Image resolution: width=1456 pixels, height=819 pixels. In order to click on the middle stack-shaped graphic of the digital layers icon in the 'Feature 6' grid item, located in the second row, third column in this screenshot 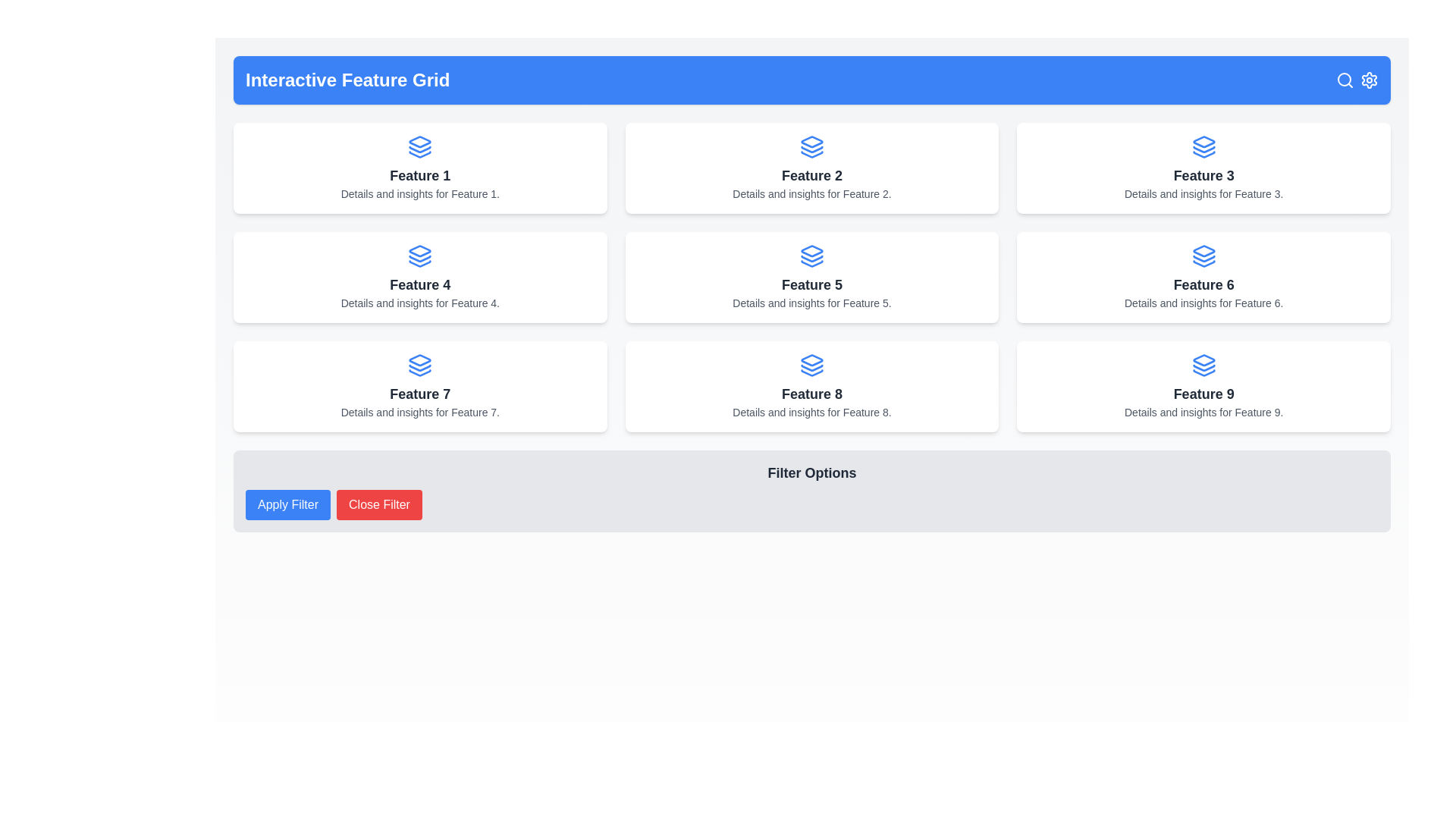, I will do `click(1203, 258)`.